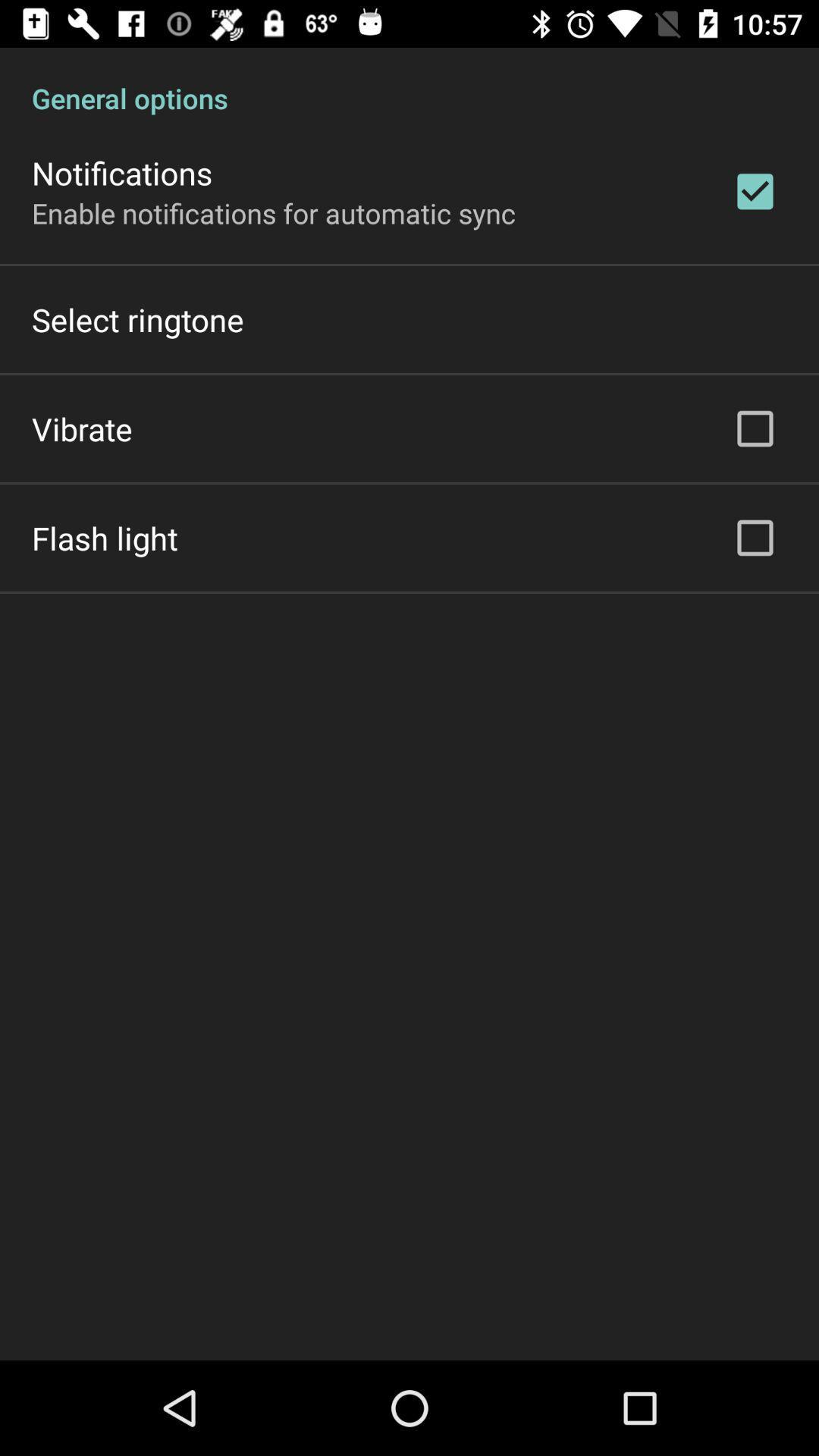 The image size is (819, 1456). Describe the element at coordinates (409, 81) in the screenshot. I see `general options` at that location.